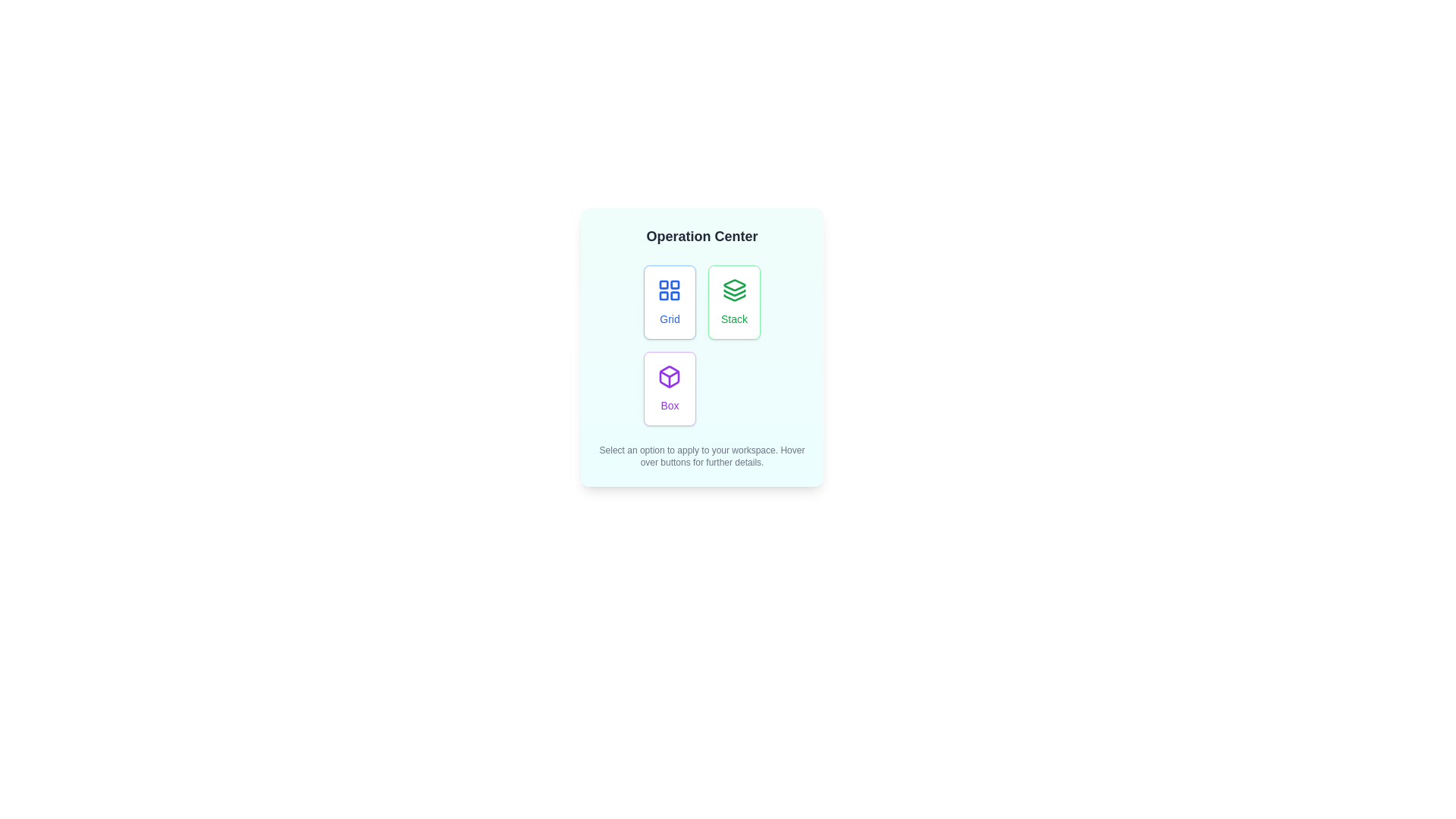 Image resolution: width=1456 pixels, height=819 pixels. I want to click on the blue-colored grid icon, which is part of the 'Grid' button located in the top-left corner of the 'Operation Center' section, so click(669, 290).